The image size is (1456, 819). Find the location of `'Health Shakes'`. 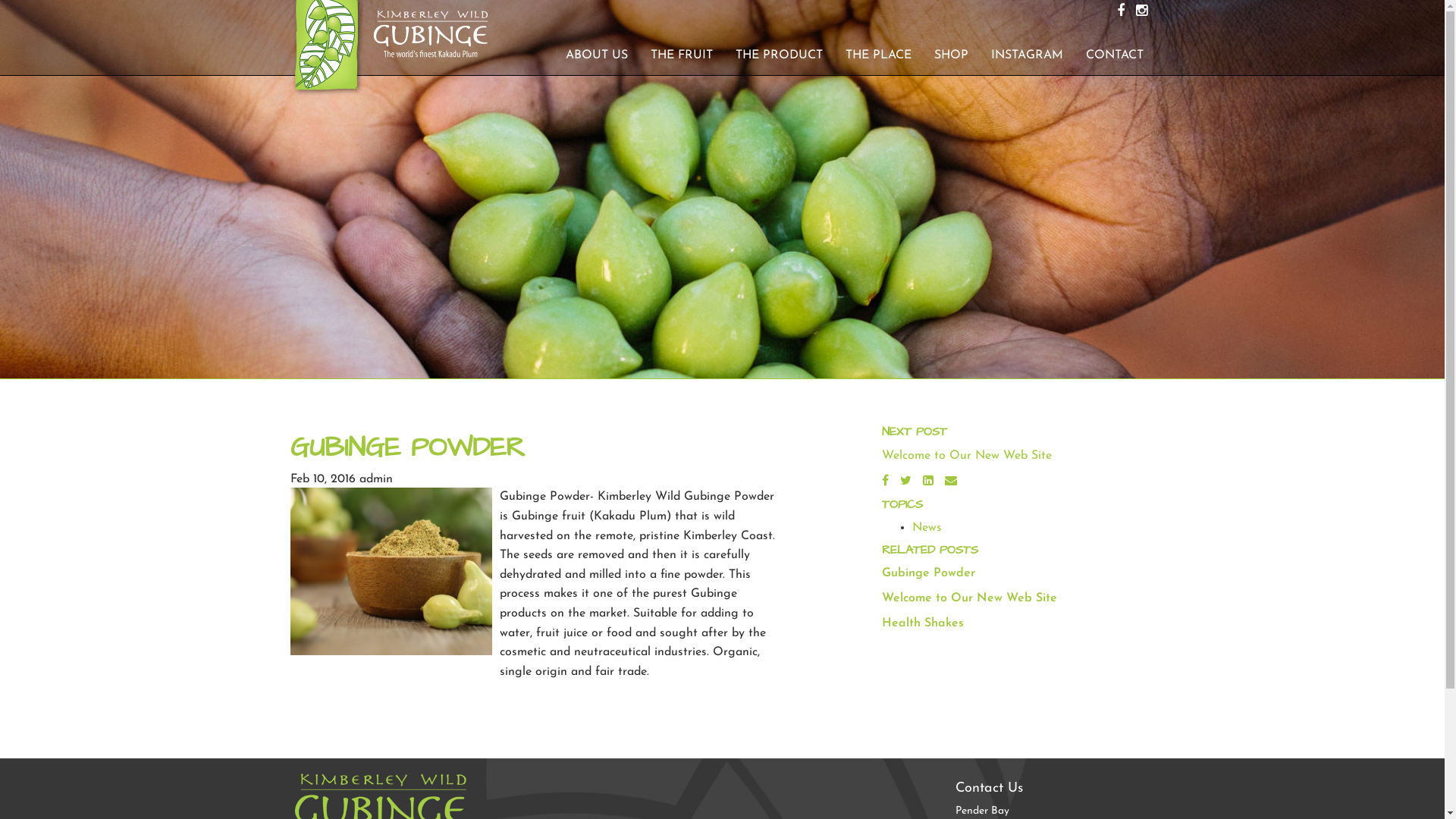

'Health Shakes' is located at coordinates (921, 623).